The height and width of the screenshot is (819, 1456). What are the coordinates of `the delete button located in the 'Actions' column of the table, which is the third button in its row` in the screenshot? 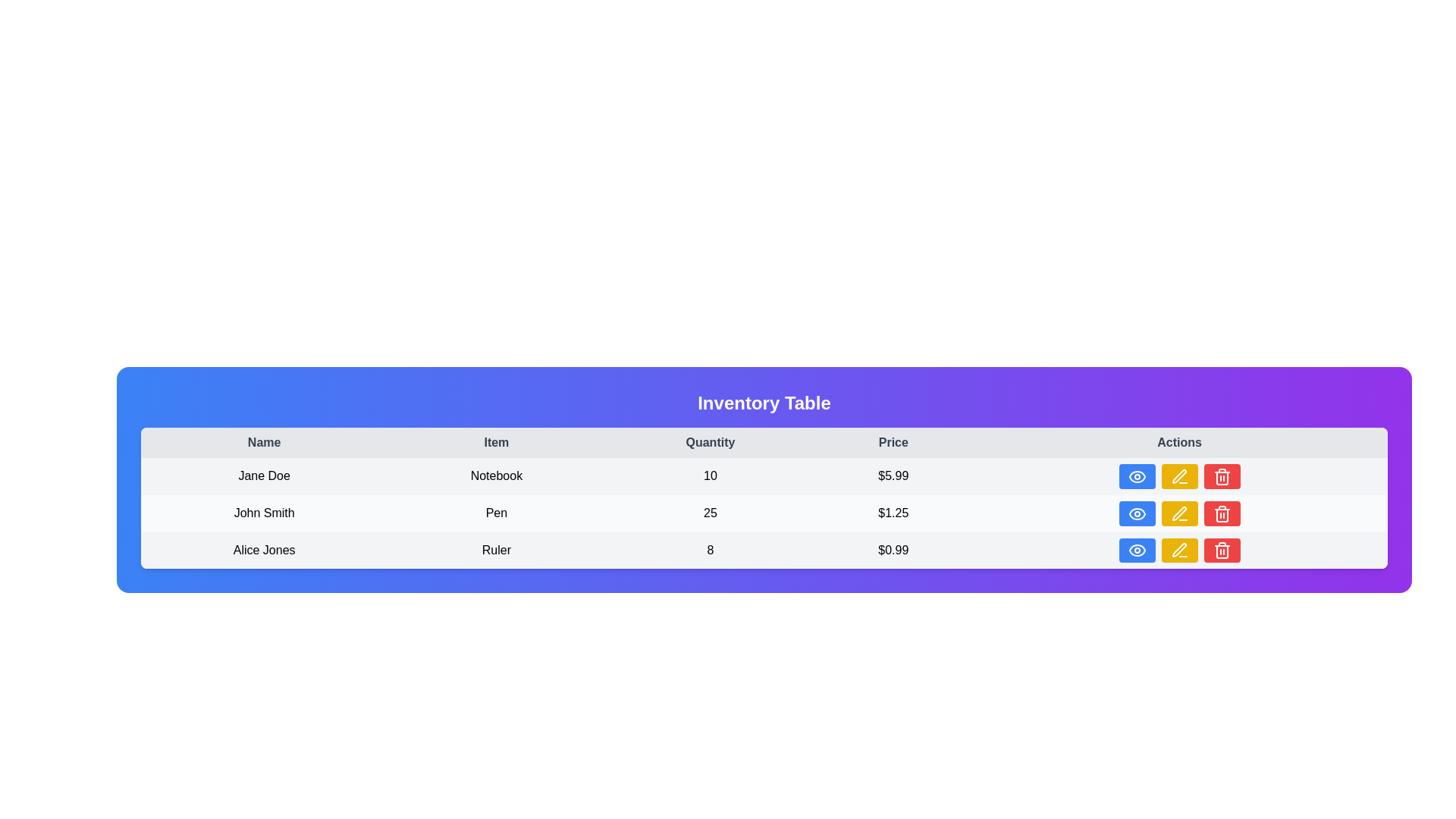 It's located at (1222, 550).